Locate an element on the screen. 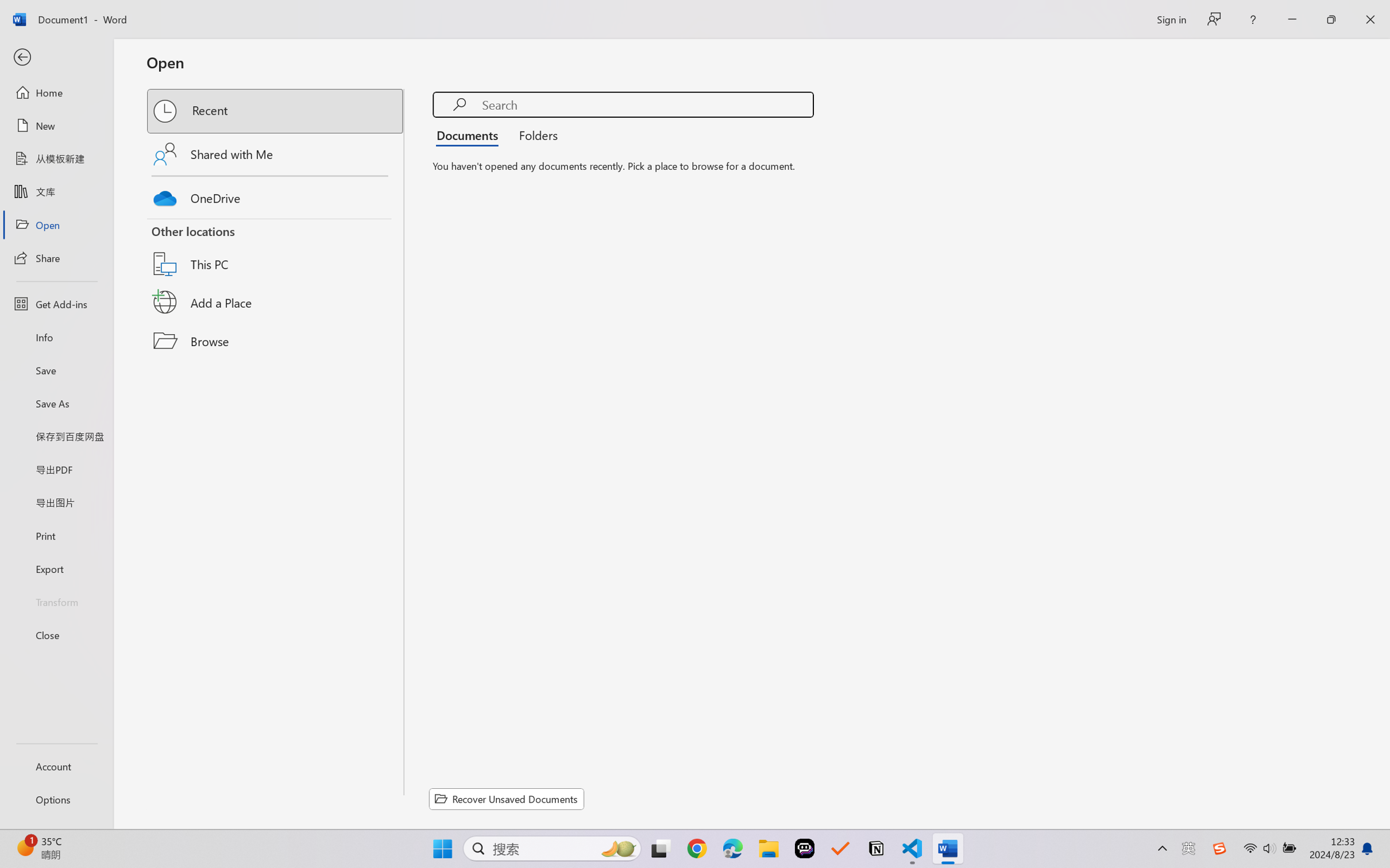 The height and width of the screenshot is (868, 1390). 'Transform' is located at coordinates (56, 600).